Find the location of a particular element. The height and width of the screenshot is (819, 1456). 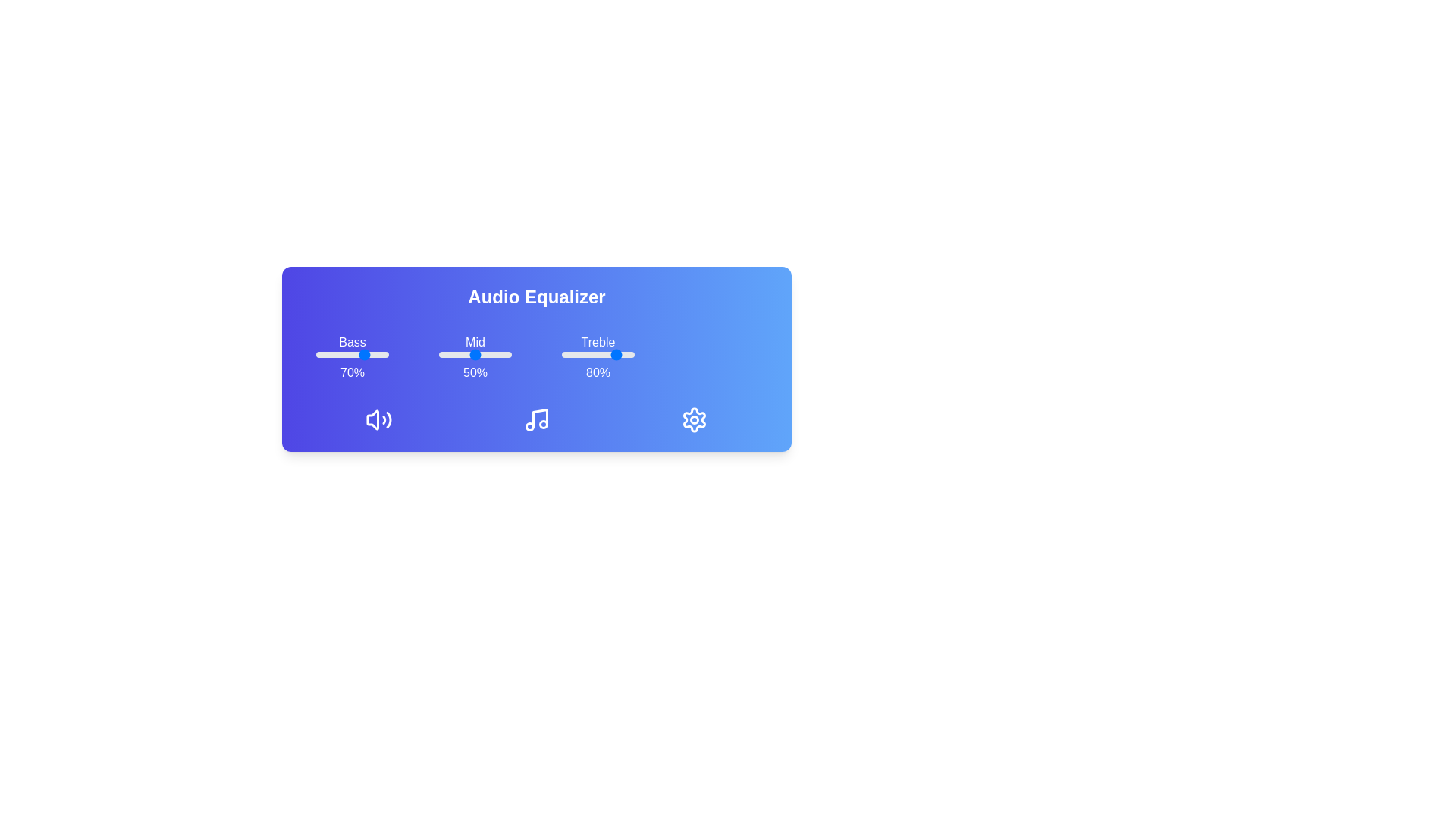

the bass slider to 41%, where 41 is a value between 0 and 100 is located at coordinates (345, 354).